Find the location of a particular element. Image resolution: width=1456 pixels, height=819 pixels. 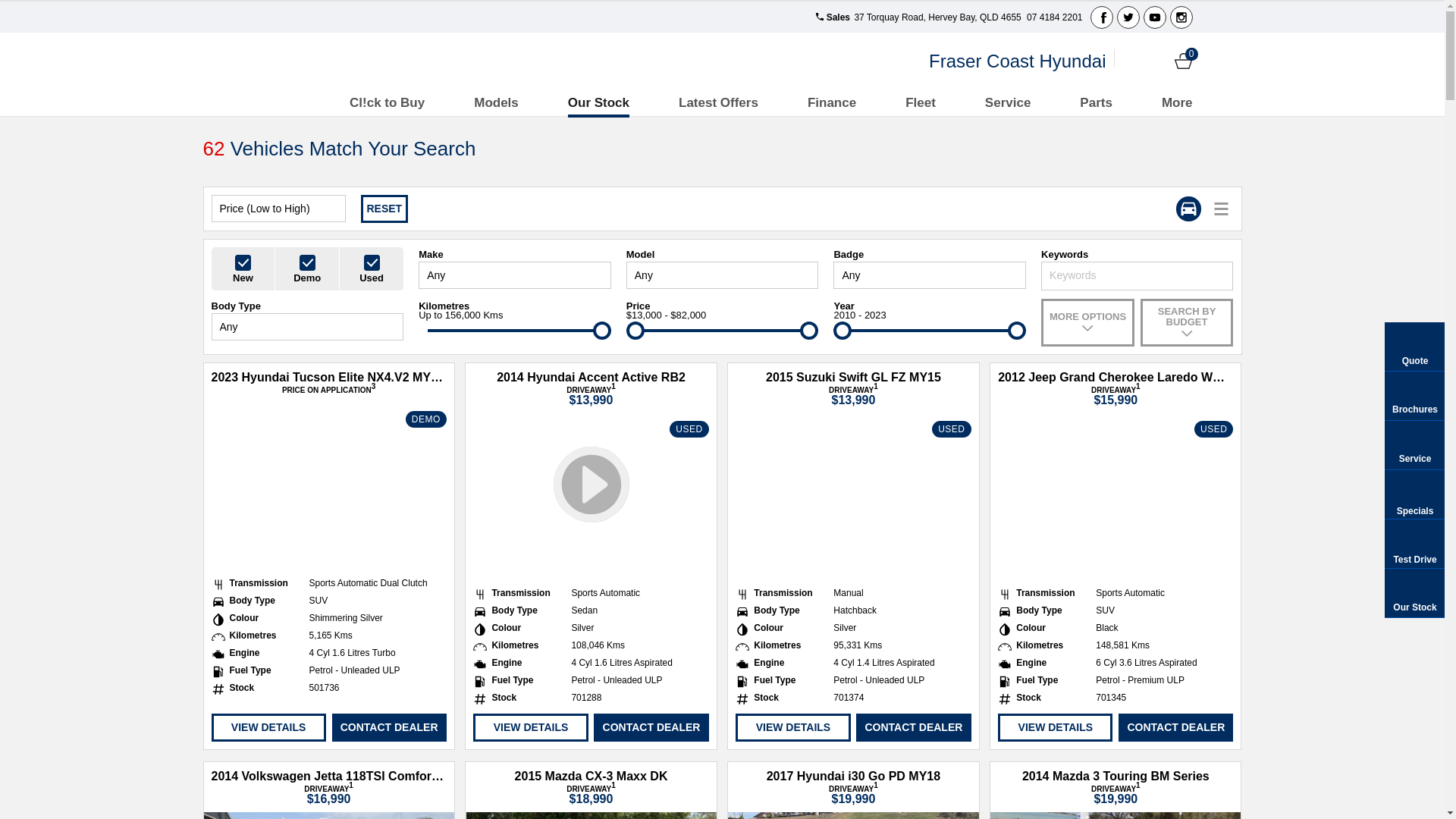

'Fleet' is located at coordinates (920, 102).